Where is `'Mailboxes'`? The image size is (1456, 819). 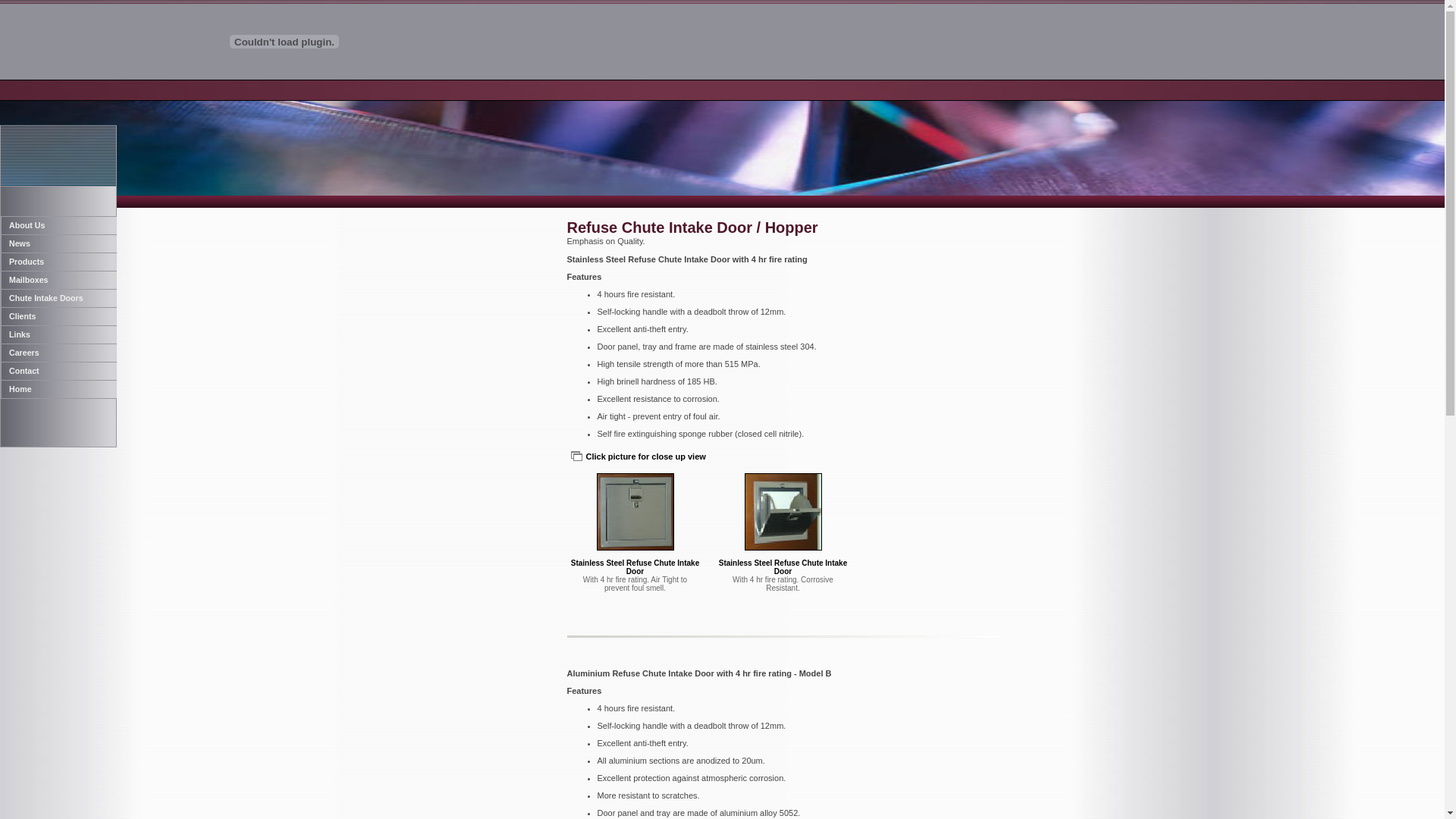 'Mailboxes' is located at coordinates (0, 280).